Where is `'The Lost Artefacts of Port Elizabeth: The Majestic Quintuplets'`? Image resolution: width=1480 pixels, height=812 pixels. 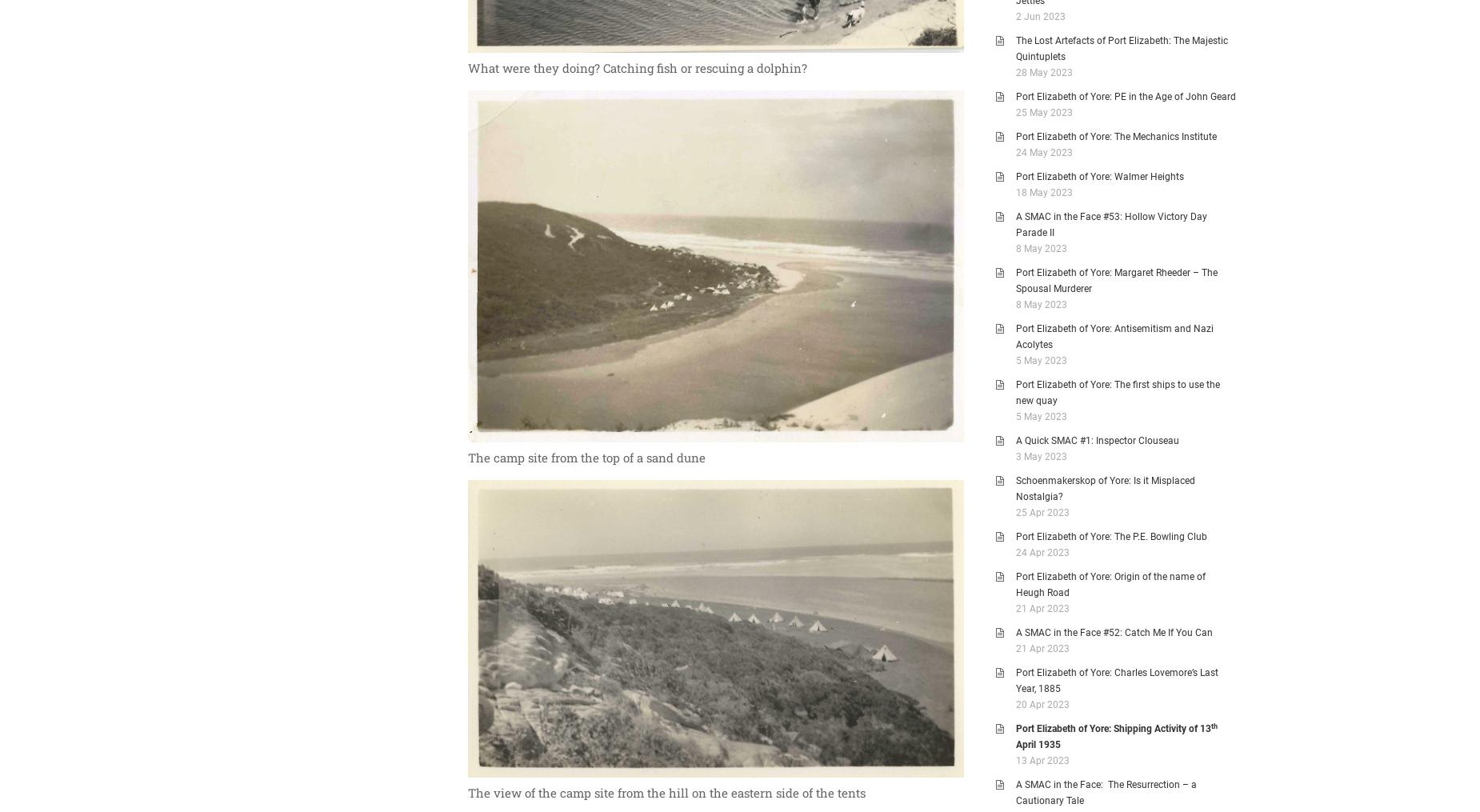 'The Lost Artefacts of Port Elizabeth: The Majestic Quintuplets' is located at coordinates (1015, 48).